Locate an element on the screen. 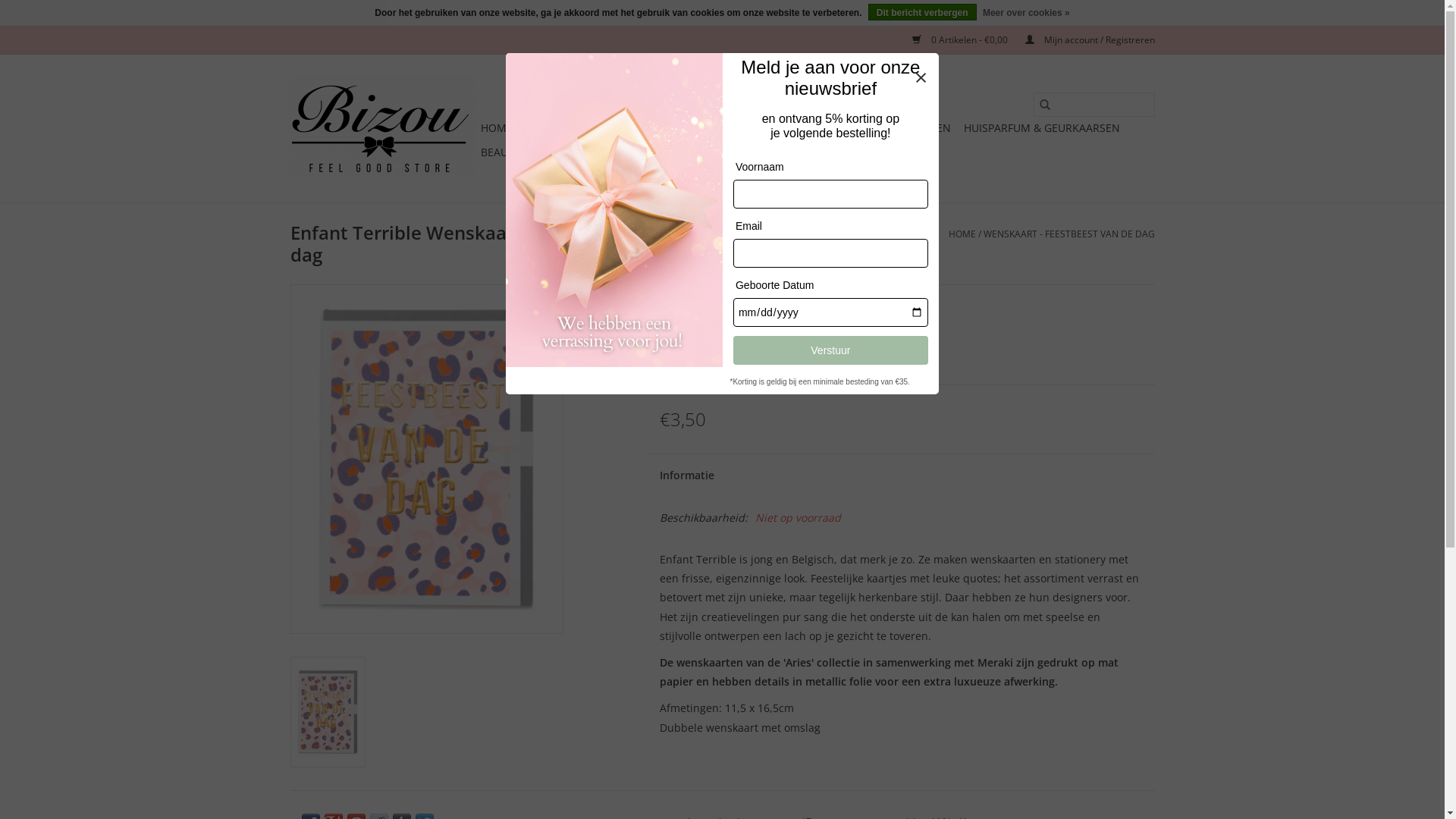 This screenshot has width=1456, height=819. 'Informatie' is located at coordinates (648, 475).